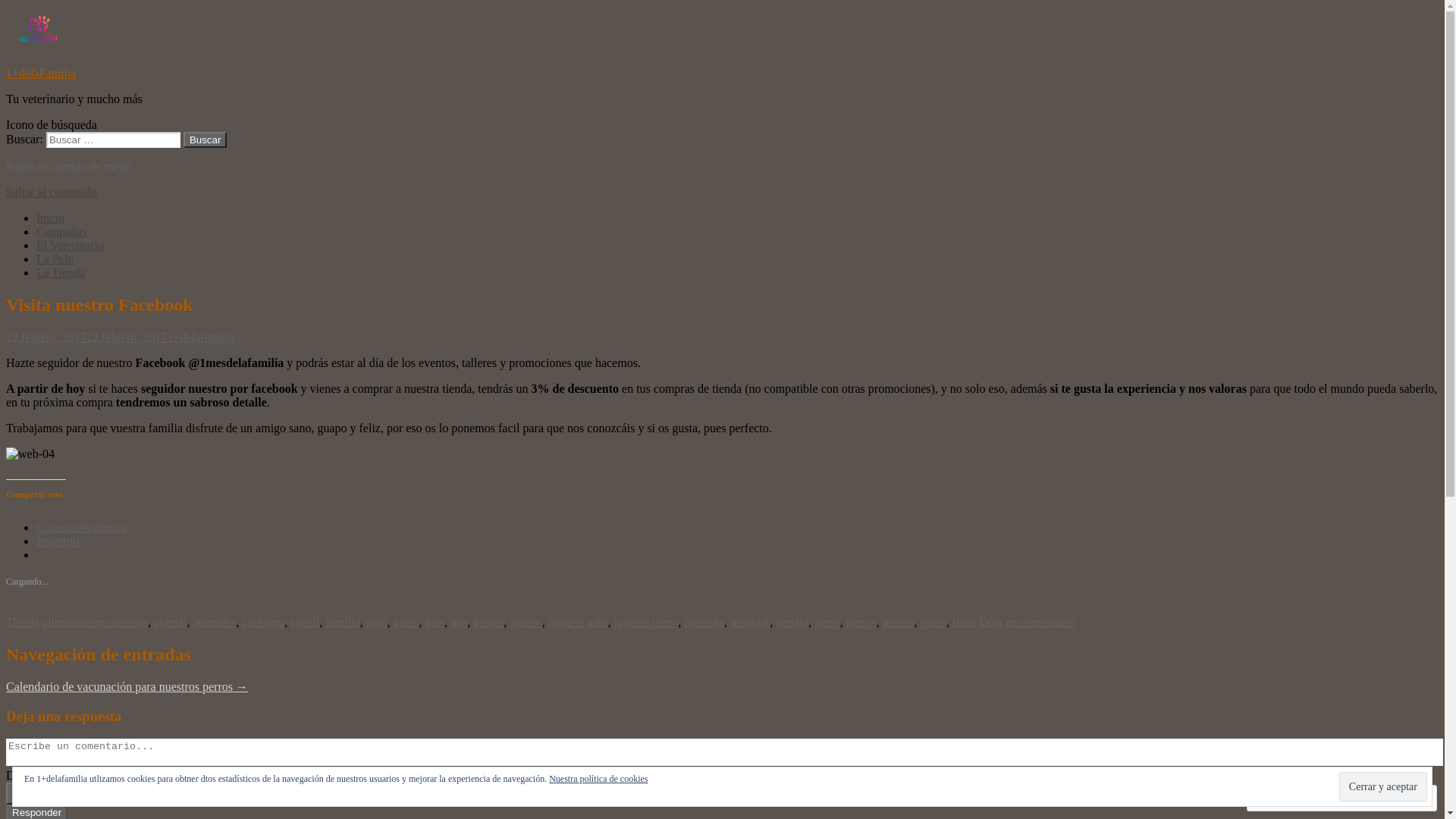 This screenshot has height=819, width=1456. I want to click on 'familia', so click(342, 622).